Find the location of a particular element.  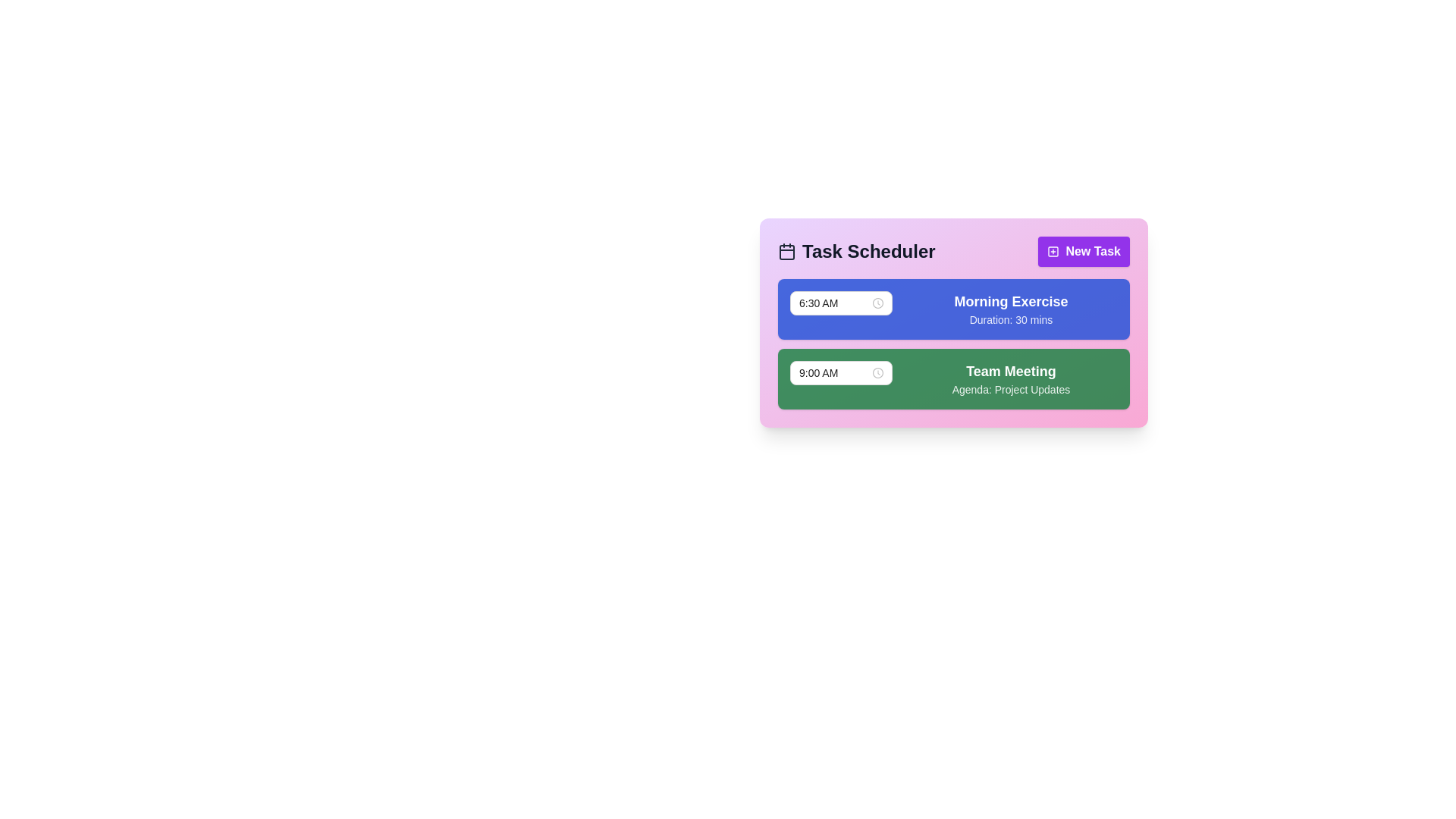

text label displaying 'Agenda: Project Updates' located below 'Team Meeting' in the task scheduler interface is located at coordinates (1011, 388).